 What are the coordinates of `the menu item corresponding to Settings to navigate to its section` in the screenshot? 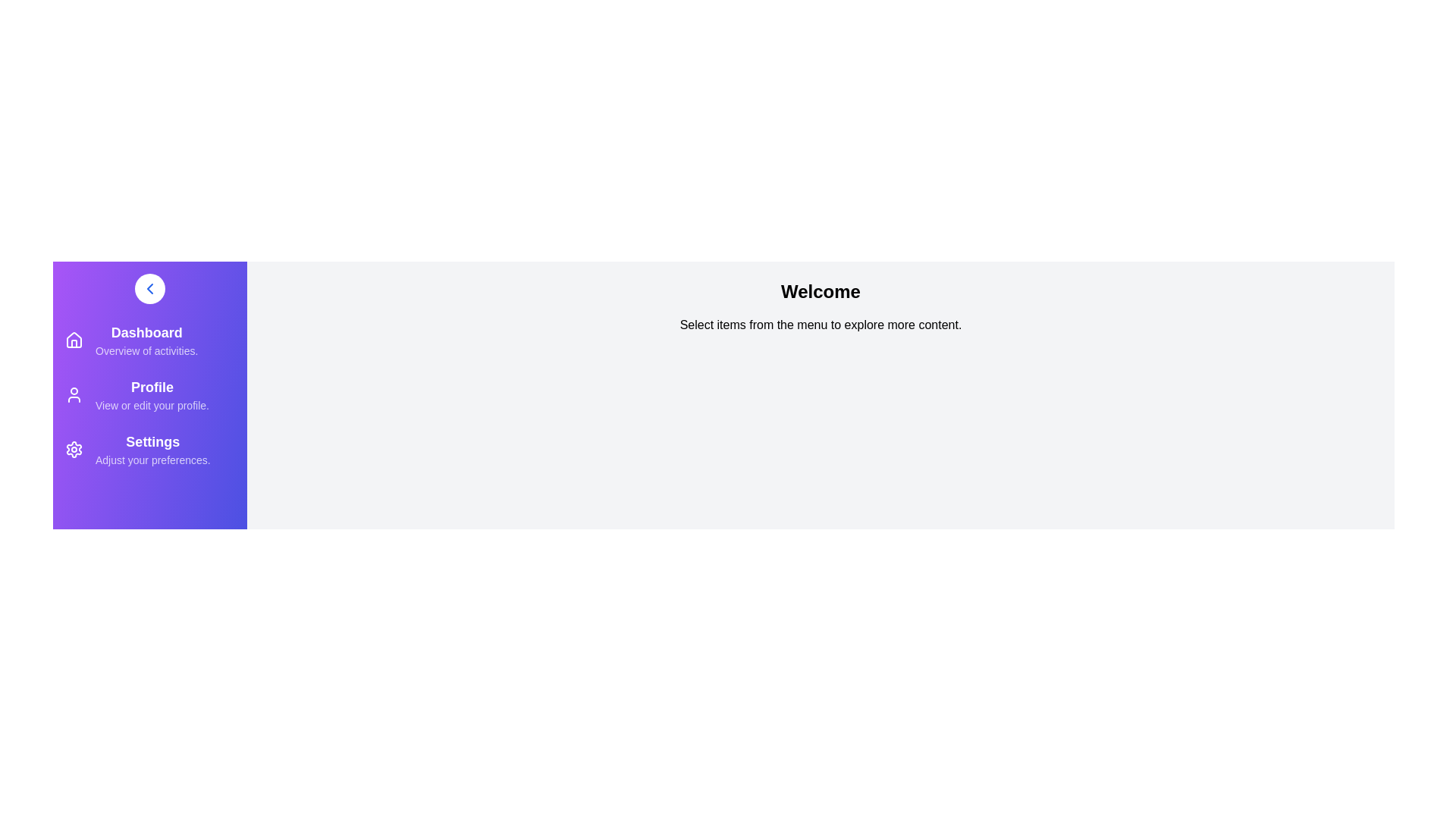 It's located at (149, 449).